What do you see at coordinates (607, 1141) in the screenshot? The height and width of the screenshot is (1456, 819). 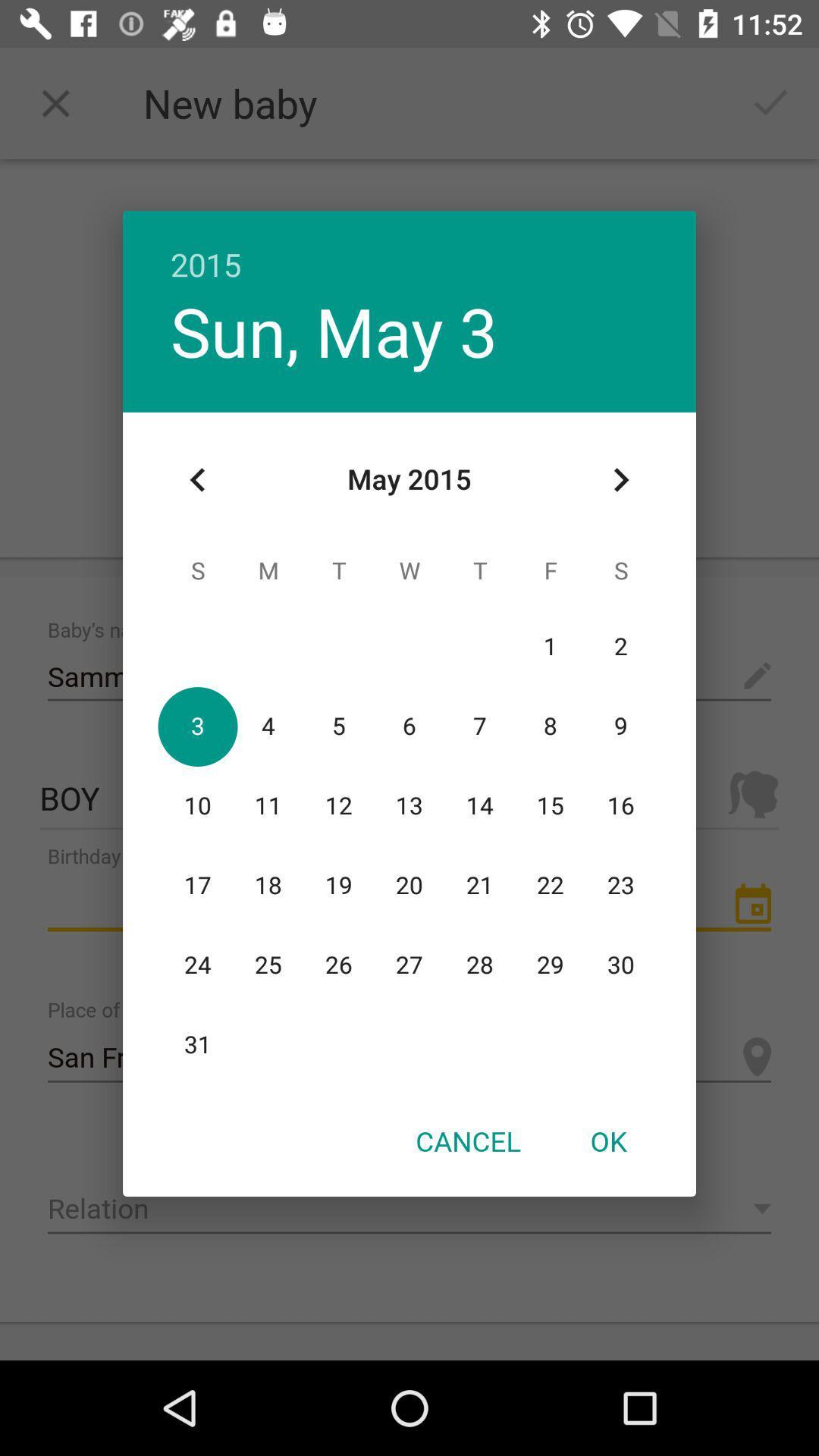 I see `icon next to the cancel` at bounding box center [607, 1141].